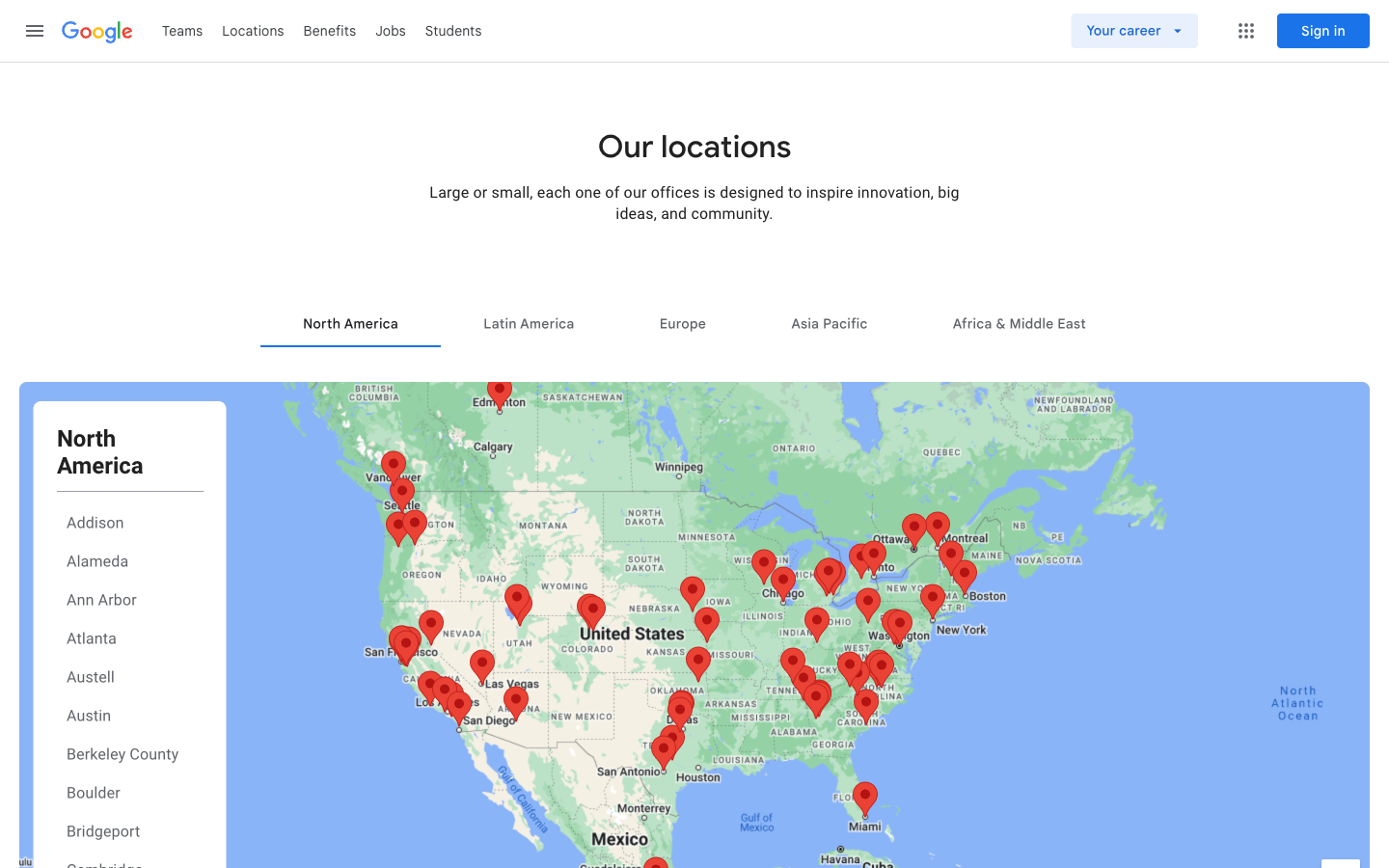 The width and height of the screenshot is (1389, 868). I want to click on the page for students, so click(453, 29).